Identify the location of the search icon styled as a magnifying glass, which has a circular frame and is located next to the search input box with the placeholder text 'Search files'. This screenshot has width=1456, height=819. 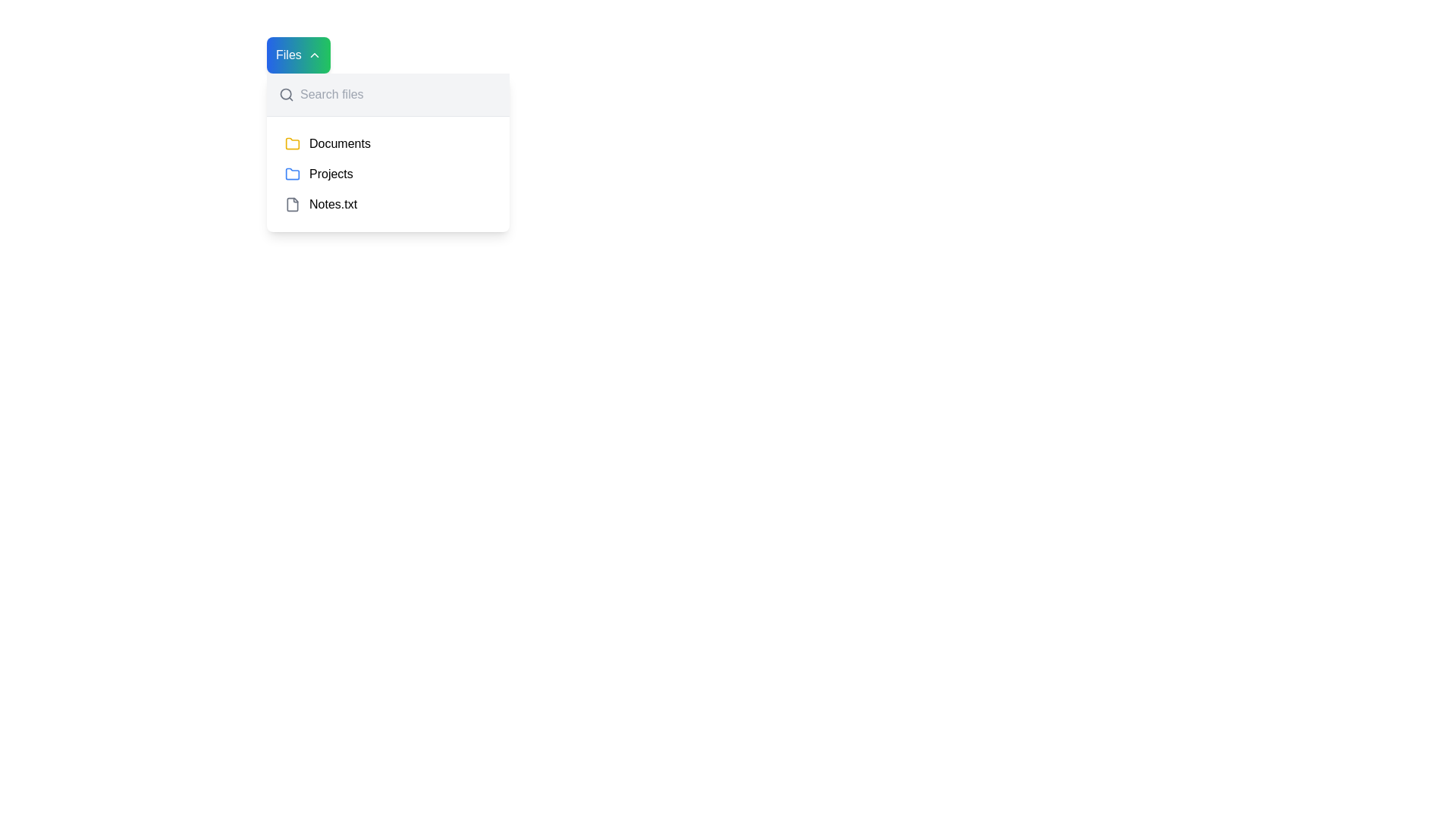
(287, 94).